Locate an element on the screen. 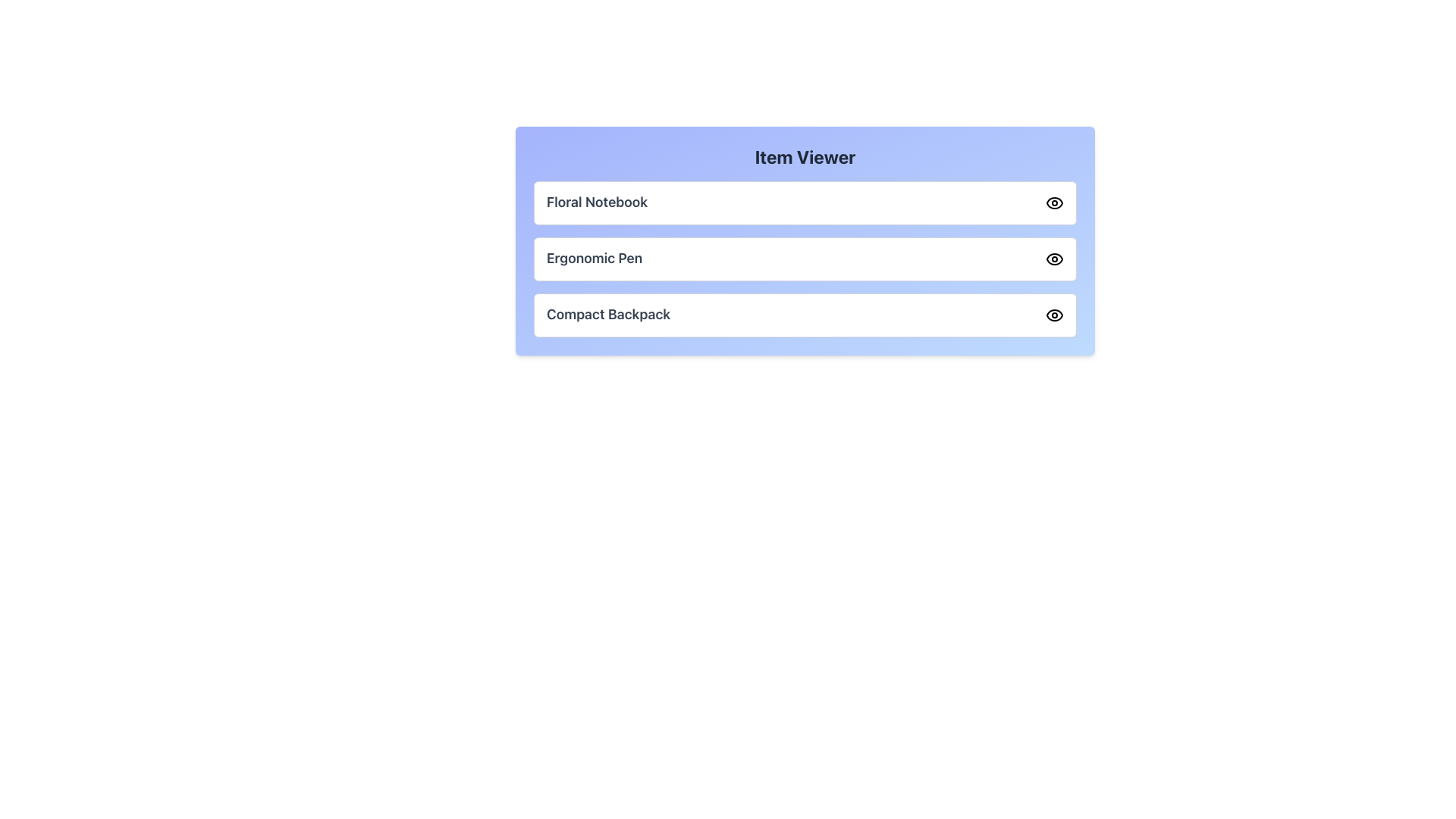  the 'Floral Notebook' list item is located at coordinates (804, 202).